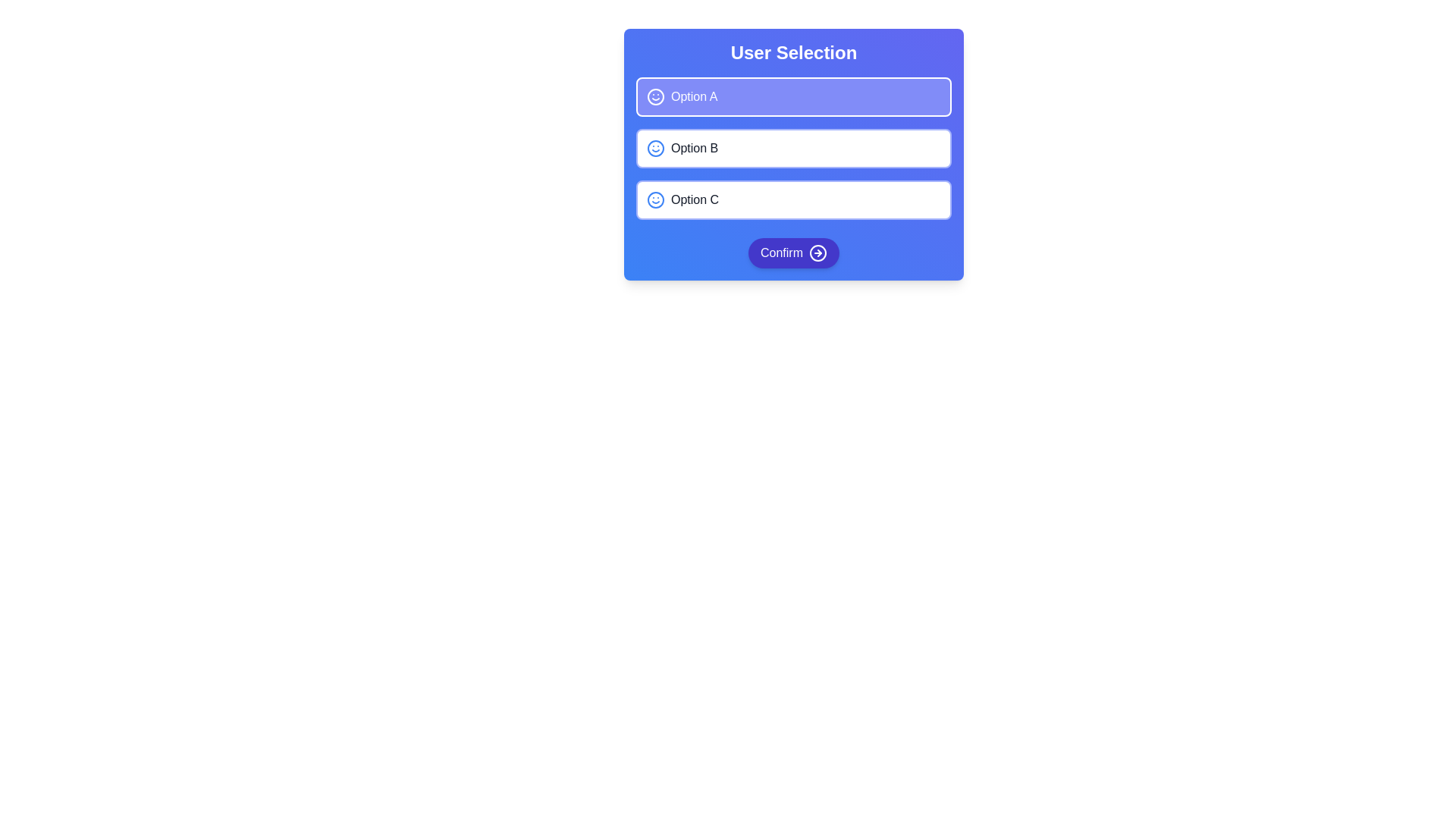 This screenshot has width=1456, height=819. What do you see at coordinates (655, 96) in the screenshot?
I see `the decorative icon representing 'Option A' in the vertical list of selection choices` at bounding box center [655, 96].